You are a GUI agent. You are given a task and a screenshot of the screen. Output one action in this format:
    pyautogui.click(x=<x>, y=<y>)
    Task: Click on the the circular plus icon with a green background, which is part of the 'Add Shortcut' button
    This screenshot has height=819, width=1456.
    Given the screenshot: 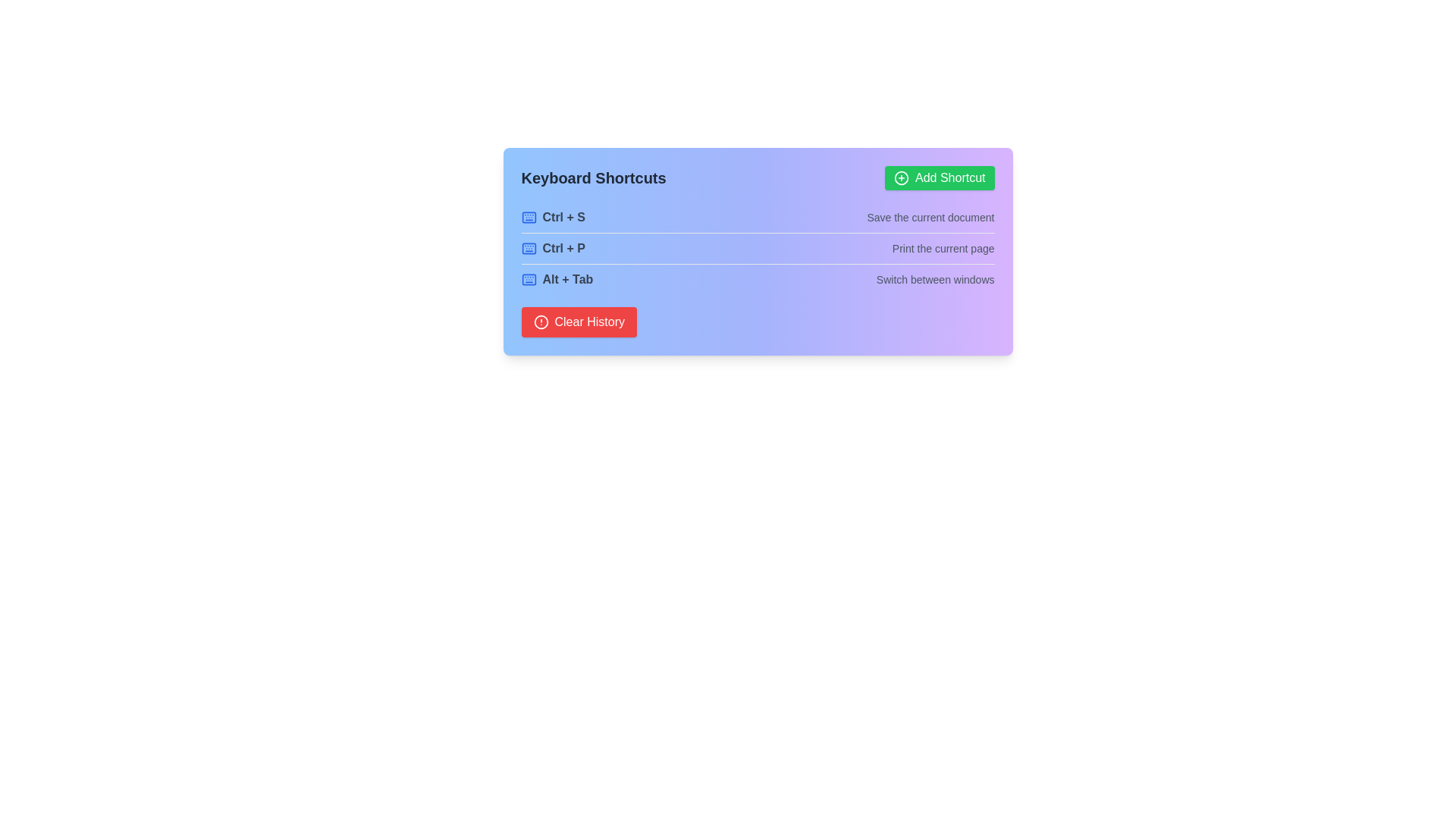 What is the action you would take?
    pyautogui.click(x=902, y=177)
    